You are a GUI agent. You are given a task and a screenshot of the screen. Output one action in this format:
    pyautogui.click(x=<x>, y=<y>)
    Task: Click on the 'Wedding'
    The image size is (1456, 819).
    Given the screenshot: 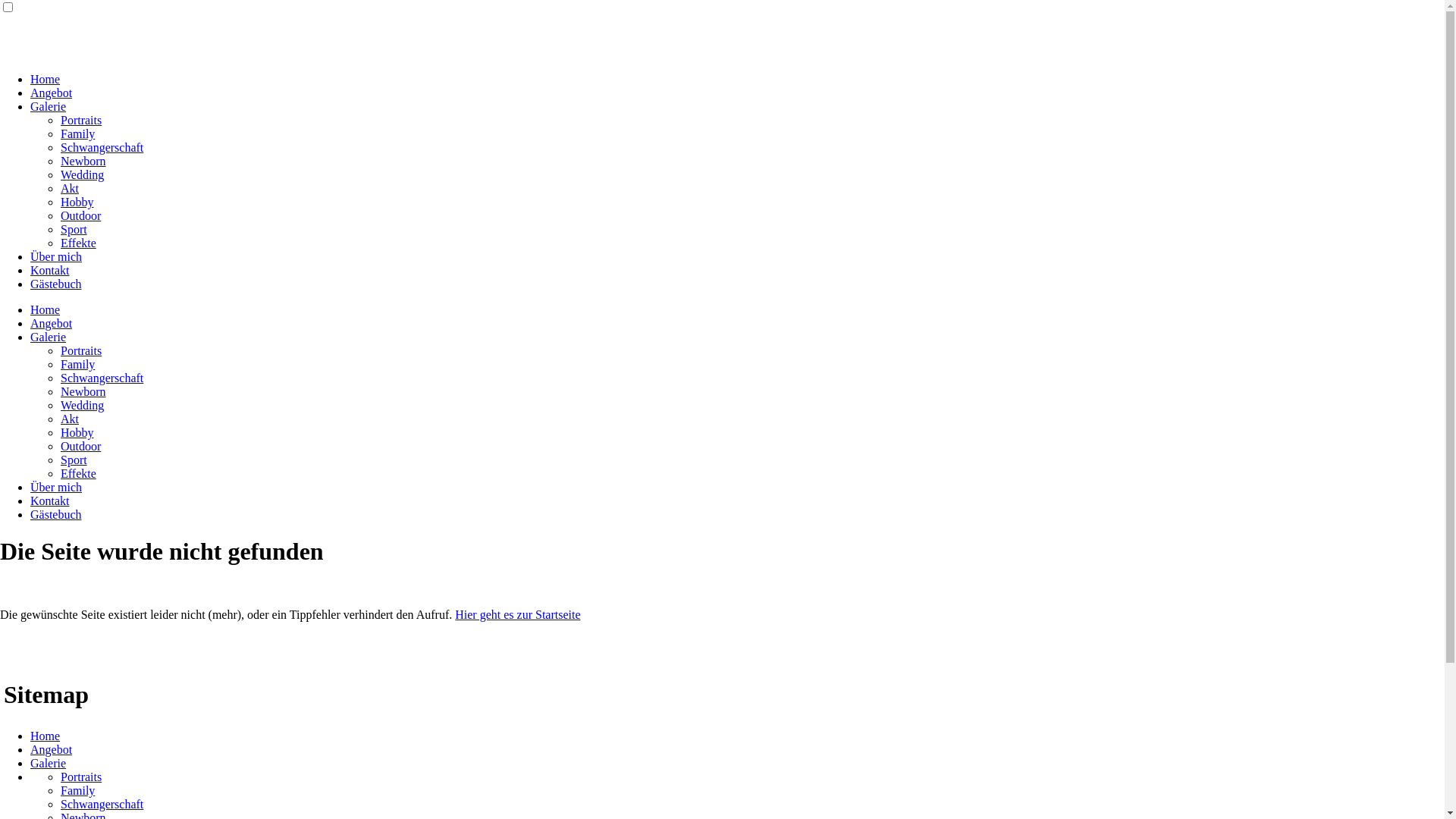 What is the action you would take?
    pyautogui.click(x=81, y=174)
    